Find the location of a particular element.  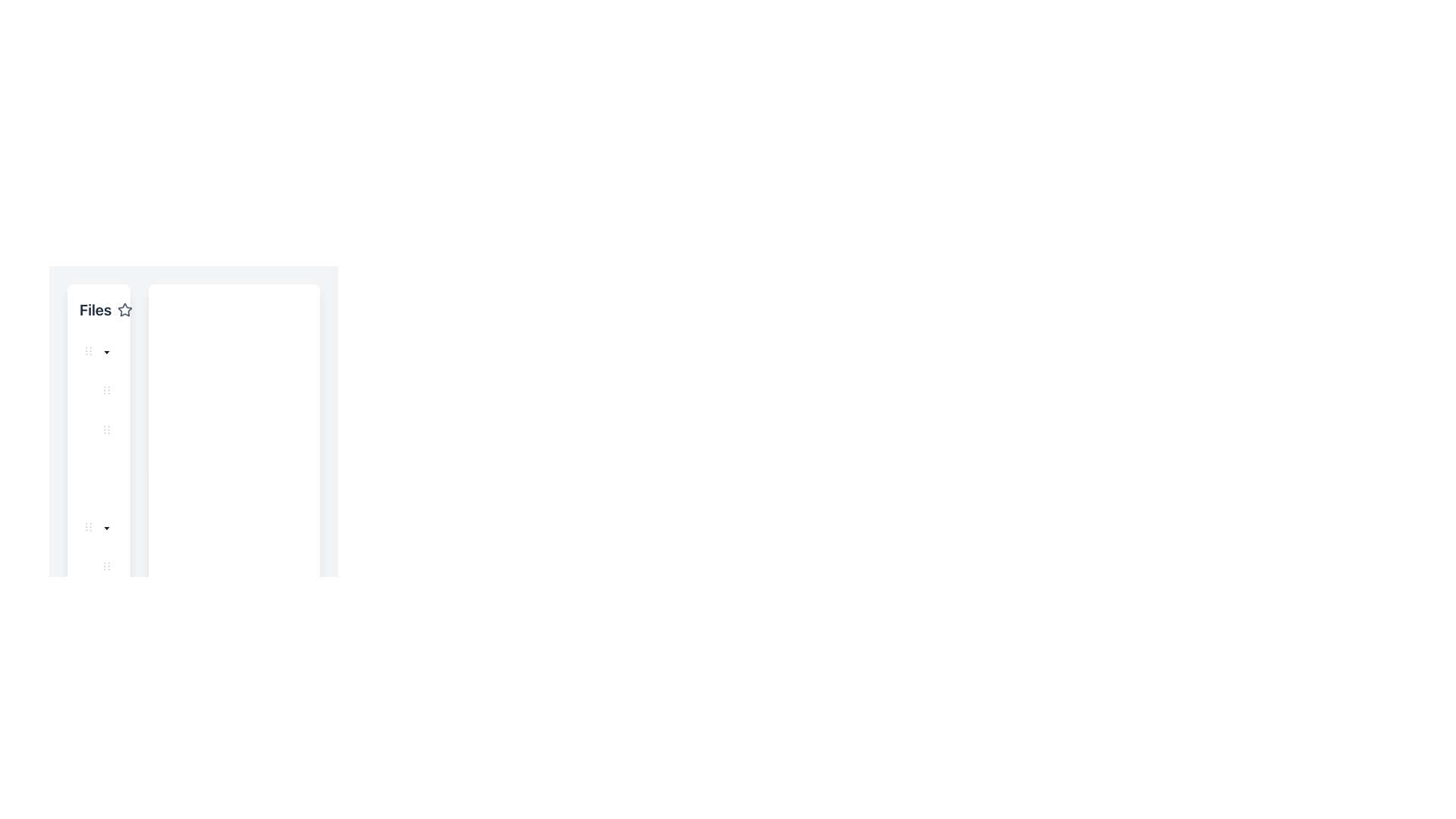

the Dropdown toggle button (visualized as a downward triangle) in the collapsible tree structure menu to receive visual feedback is located at coordinates (105, 353).